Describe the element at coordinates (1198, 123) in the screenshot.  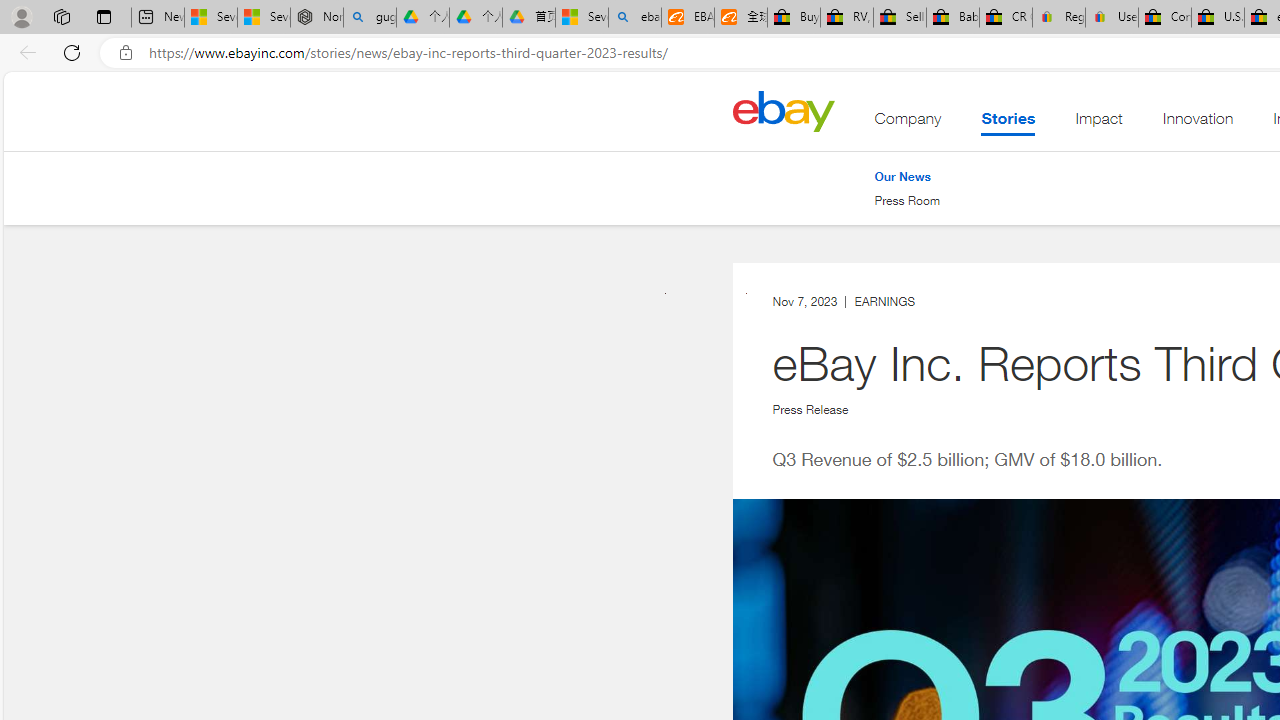
I see `'Innovation'` at that location.